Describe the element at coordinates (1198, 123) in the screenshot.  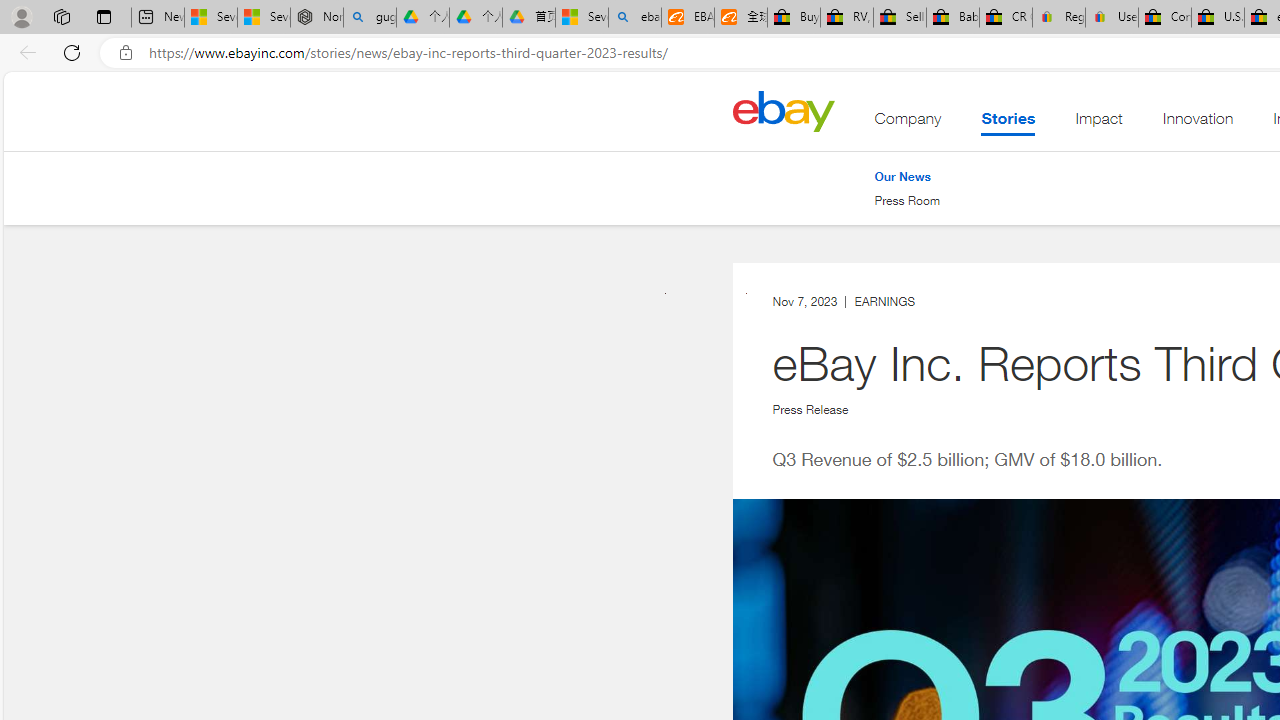
I see `'Innovation'` at that location.